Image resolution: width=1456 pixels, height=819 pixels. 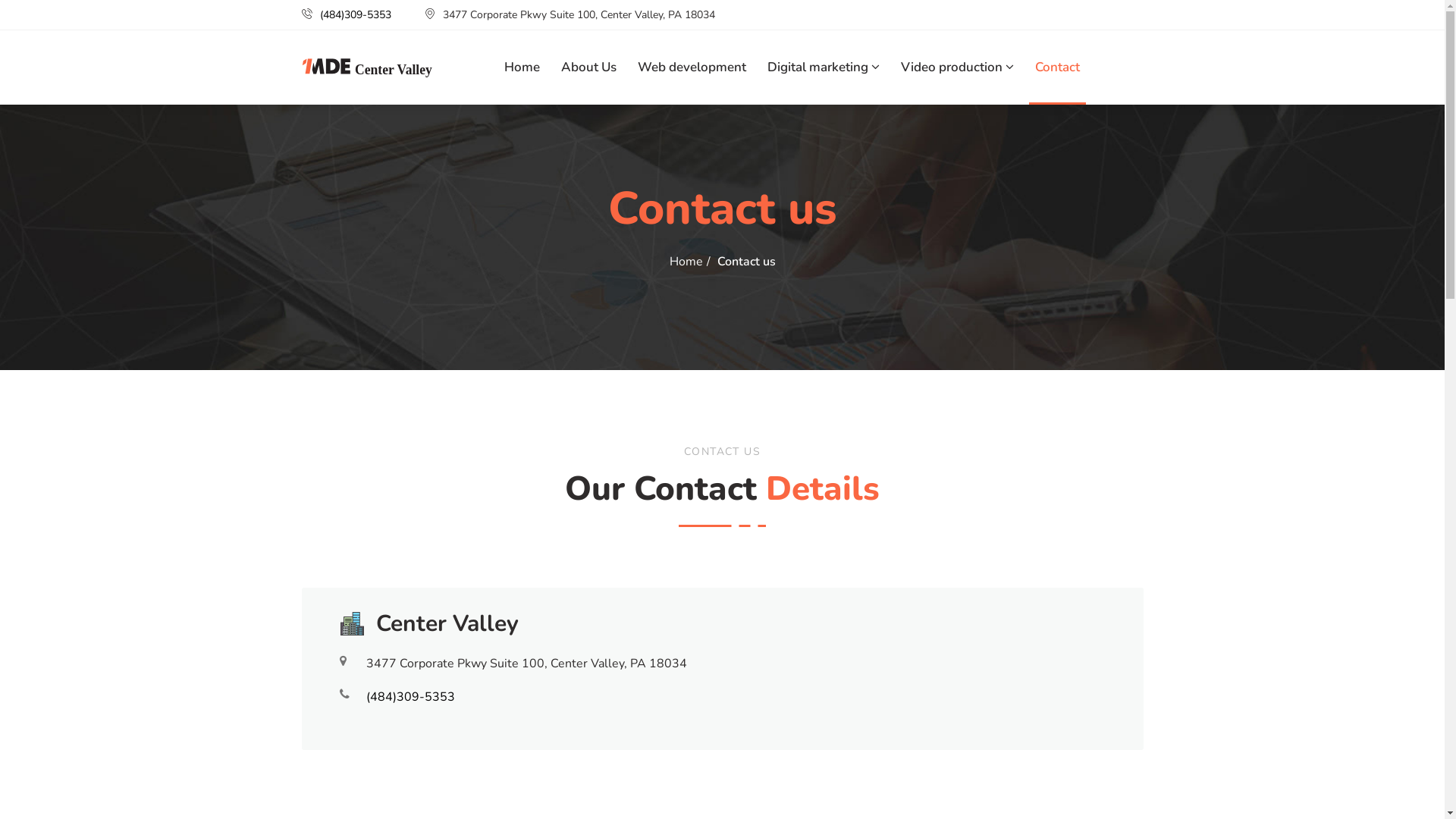 What do you see at coordinates (691, 66) in the screenshot?
I see `'Web development'` at bounding box center [691, 66].